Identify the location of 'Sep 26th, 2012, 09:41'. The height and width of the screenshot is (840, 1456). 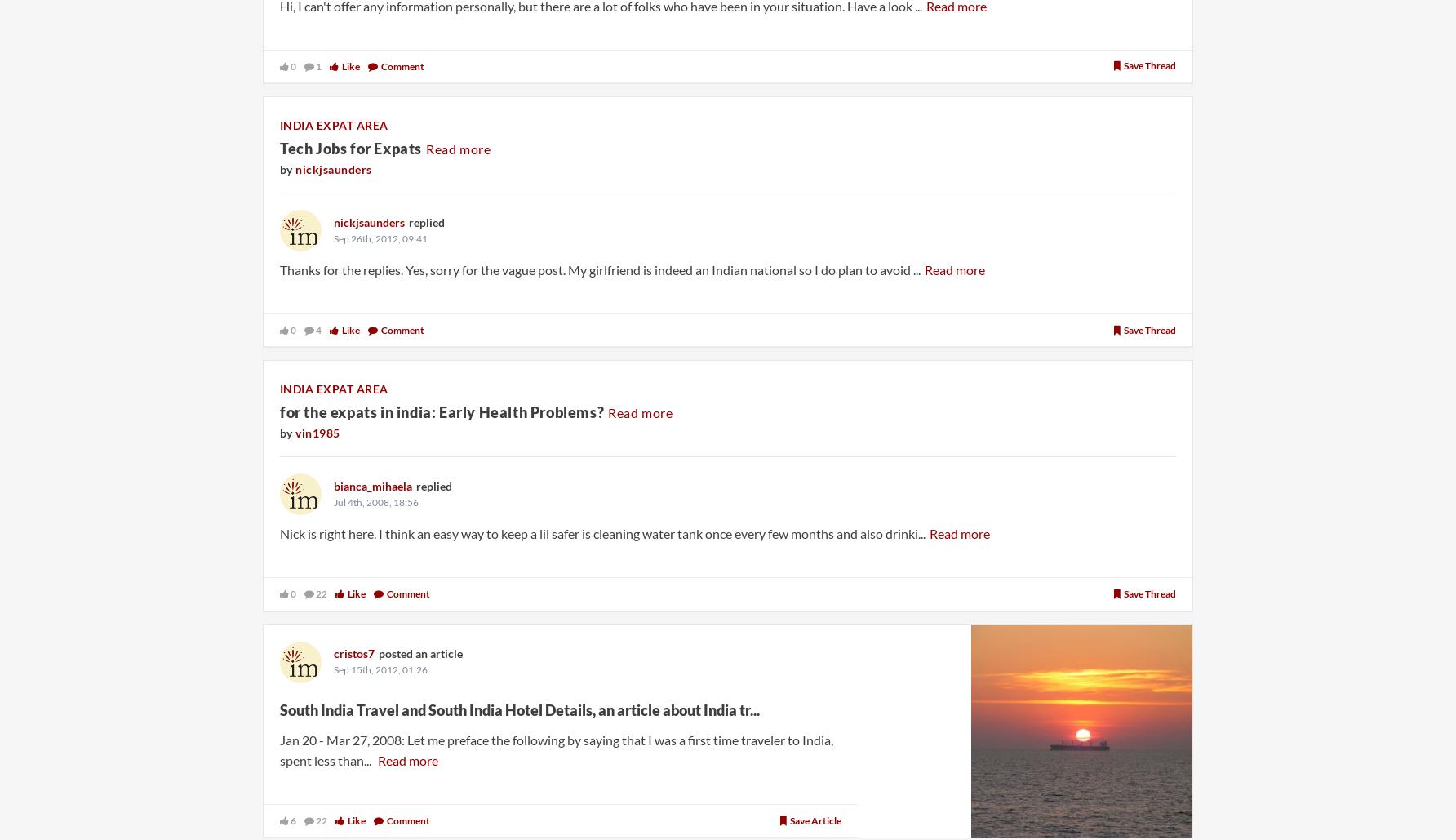
(380, 237).